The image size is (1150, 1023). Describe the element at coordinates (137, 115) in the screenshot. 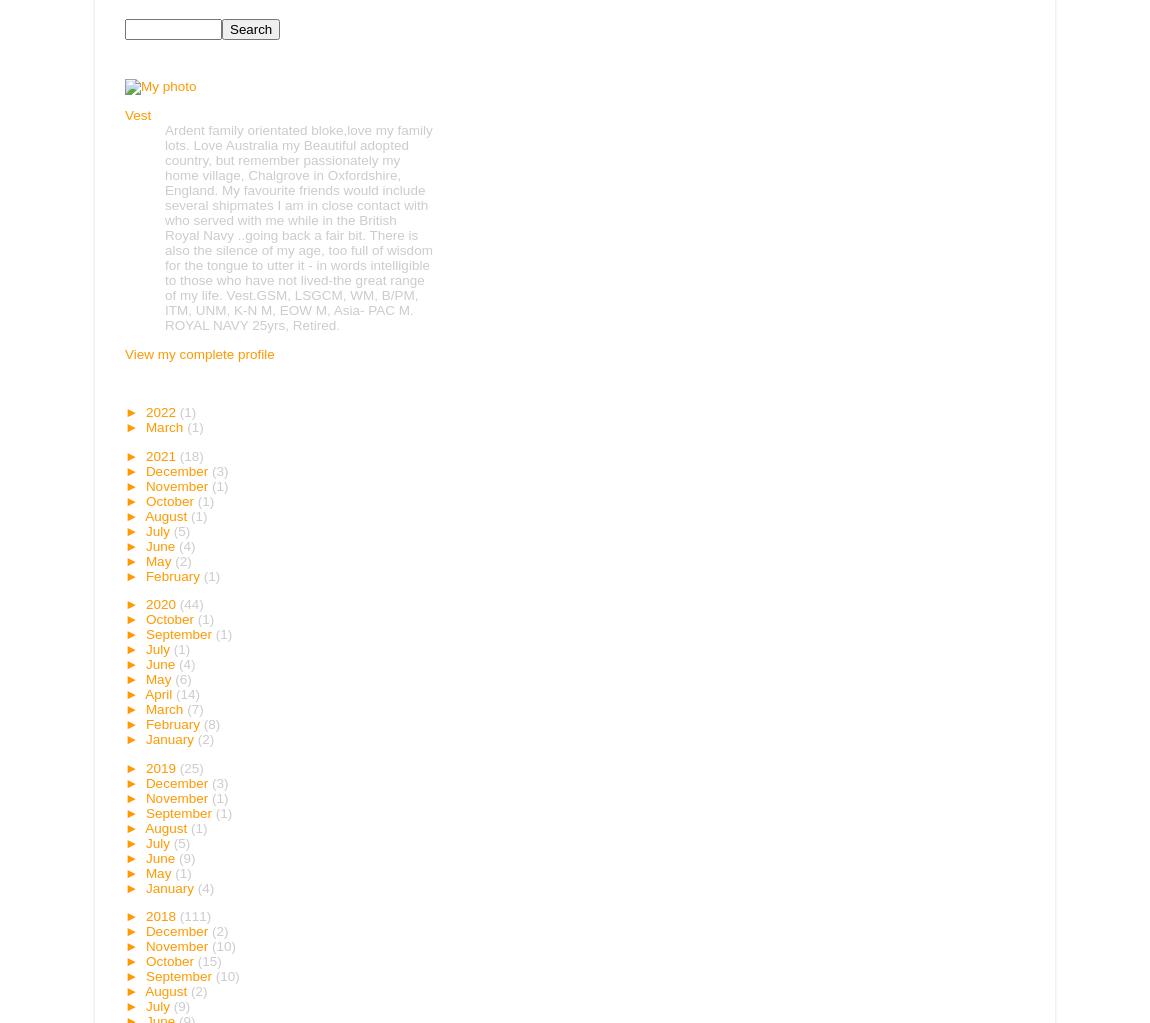

I see `'Vest'` at that location.